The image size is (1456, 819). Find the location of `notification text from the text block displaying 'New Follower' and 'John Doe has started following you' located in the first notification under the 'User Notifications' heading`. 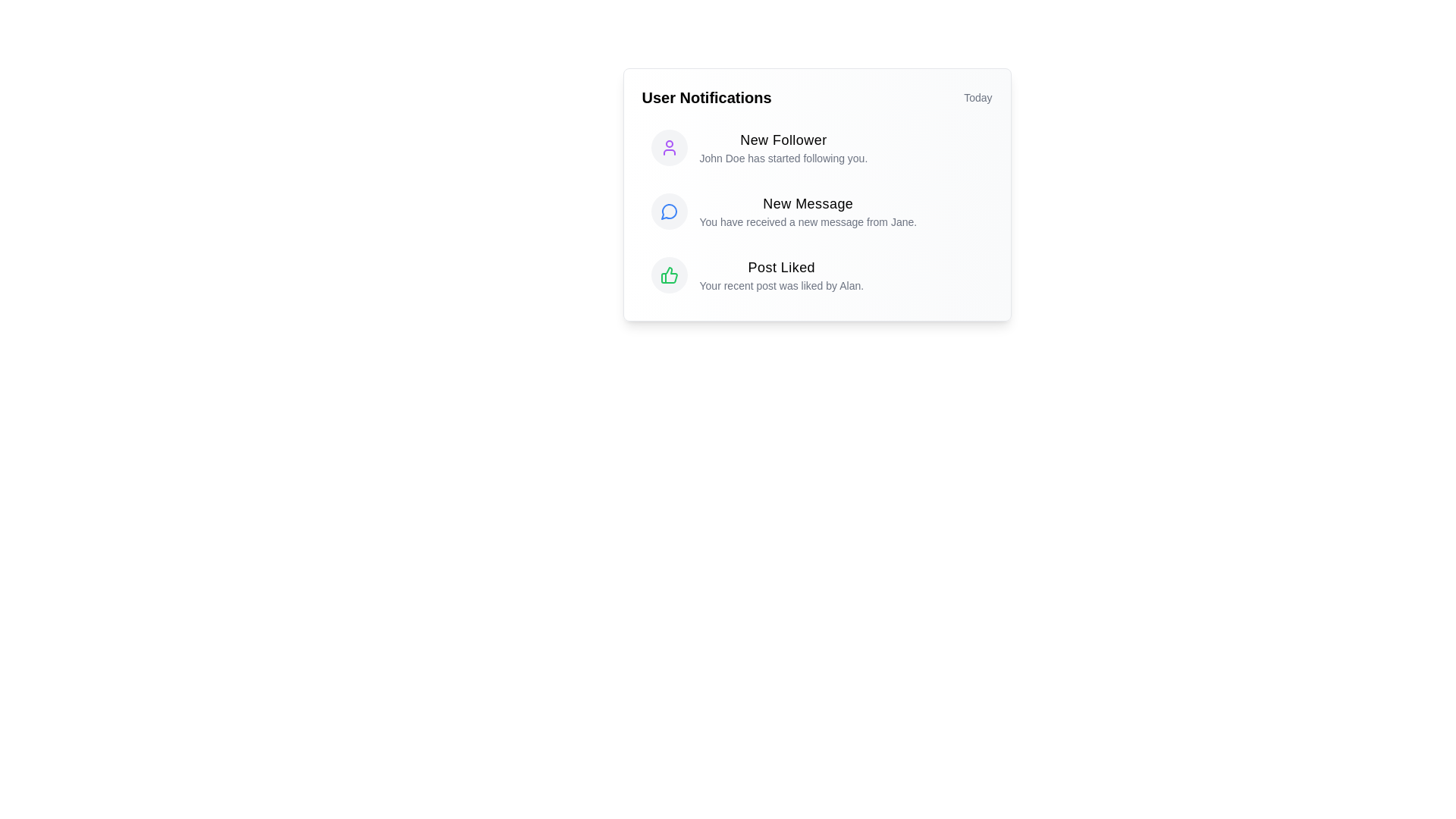

notification text from the text block displaying 'New Follower' and 'John Doe has started following you' located in the first notification under the 'User Notifications' heading is located at coordinates (783, 148).